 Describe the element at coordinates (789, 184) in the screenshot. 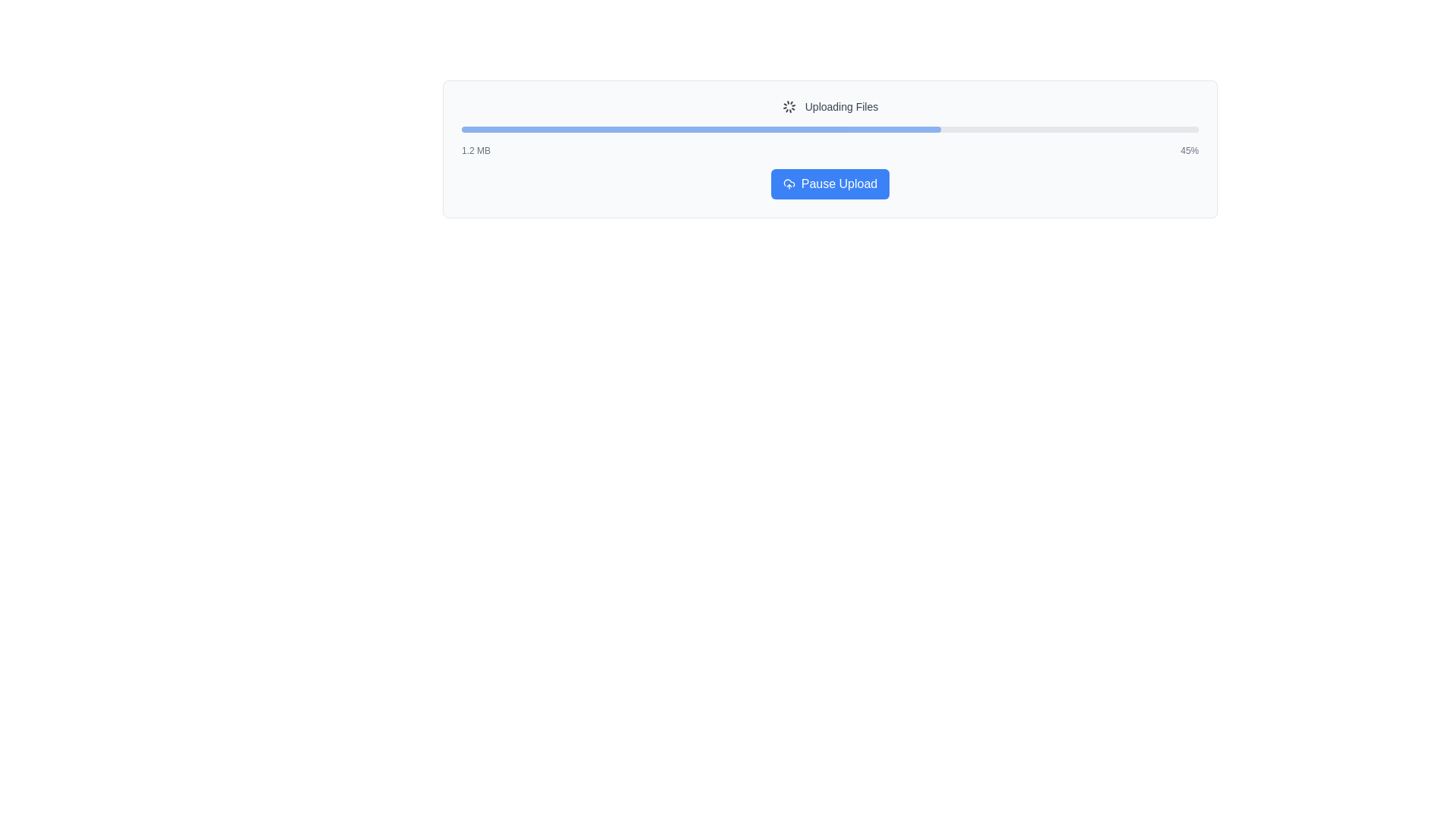

I see `the cloud-shaped icon with an upward arrow, which is located on the left side of the 'Pause Upload' button` at that location.